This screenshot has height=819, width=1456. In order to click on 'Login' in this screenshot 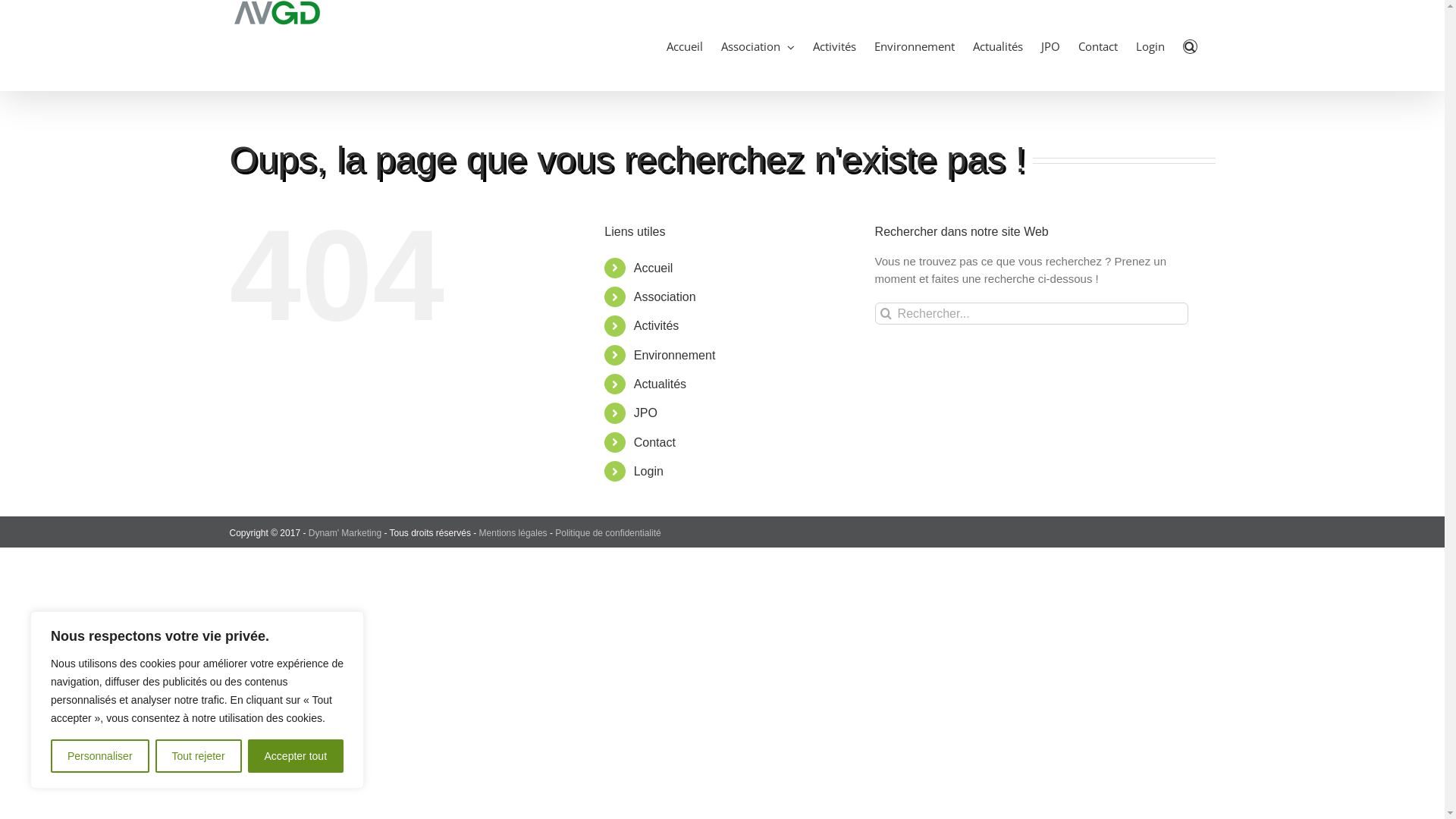, I will do `click(648, 470)`.